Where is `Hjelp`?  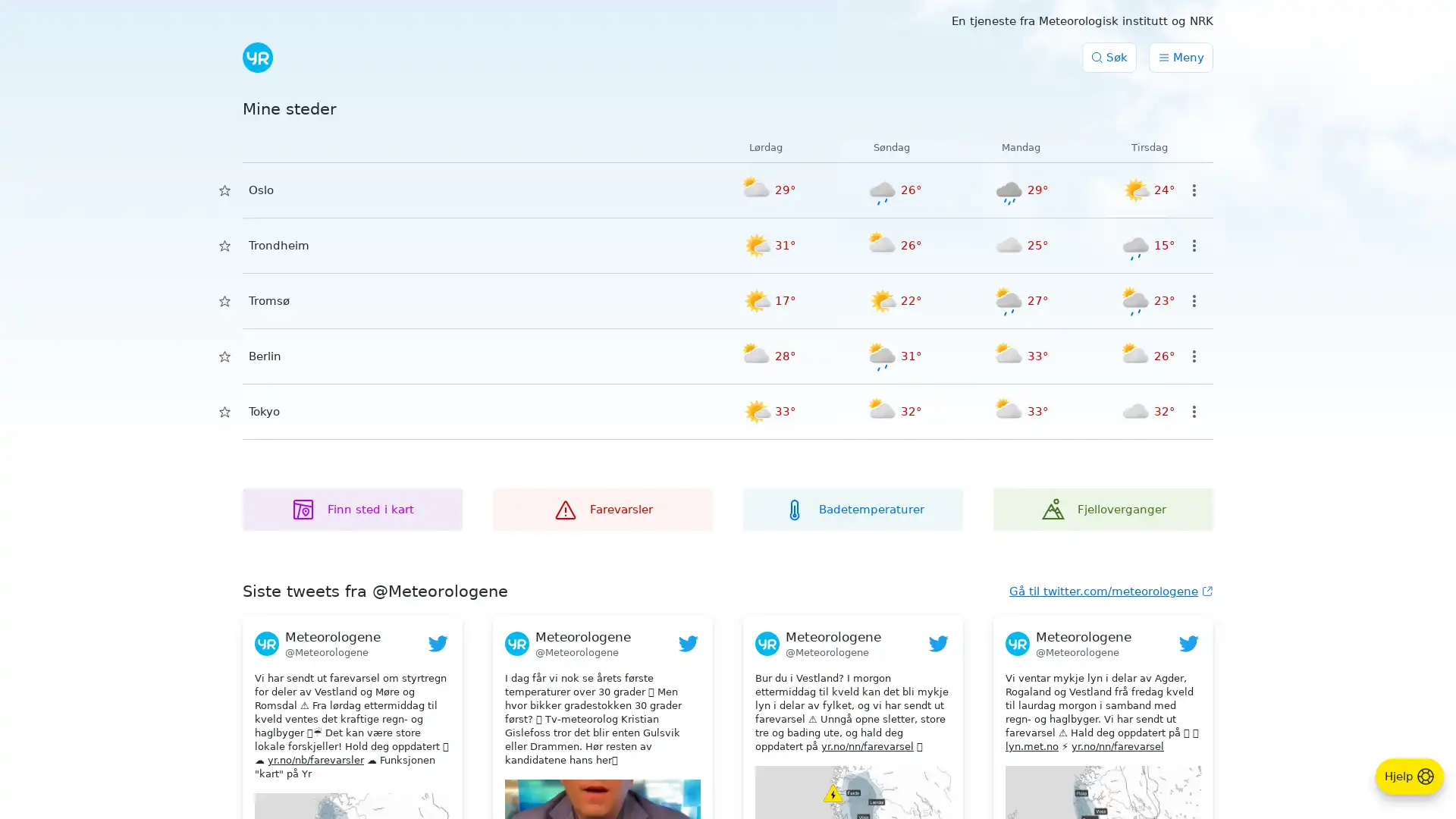 Hjelp is located at coordinates (1408, 776).